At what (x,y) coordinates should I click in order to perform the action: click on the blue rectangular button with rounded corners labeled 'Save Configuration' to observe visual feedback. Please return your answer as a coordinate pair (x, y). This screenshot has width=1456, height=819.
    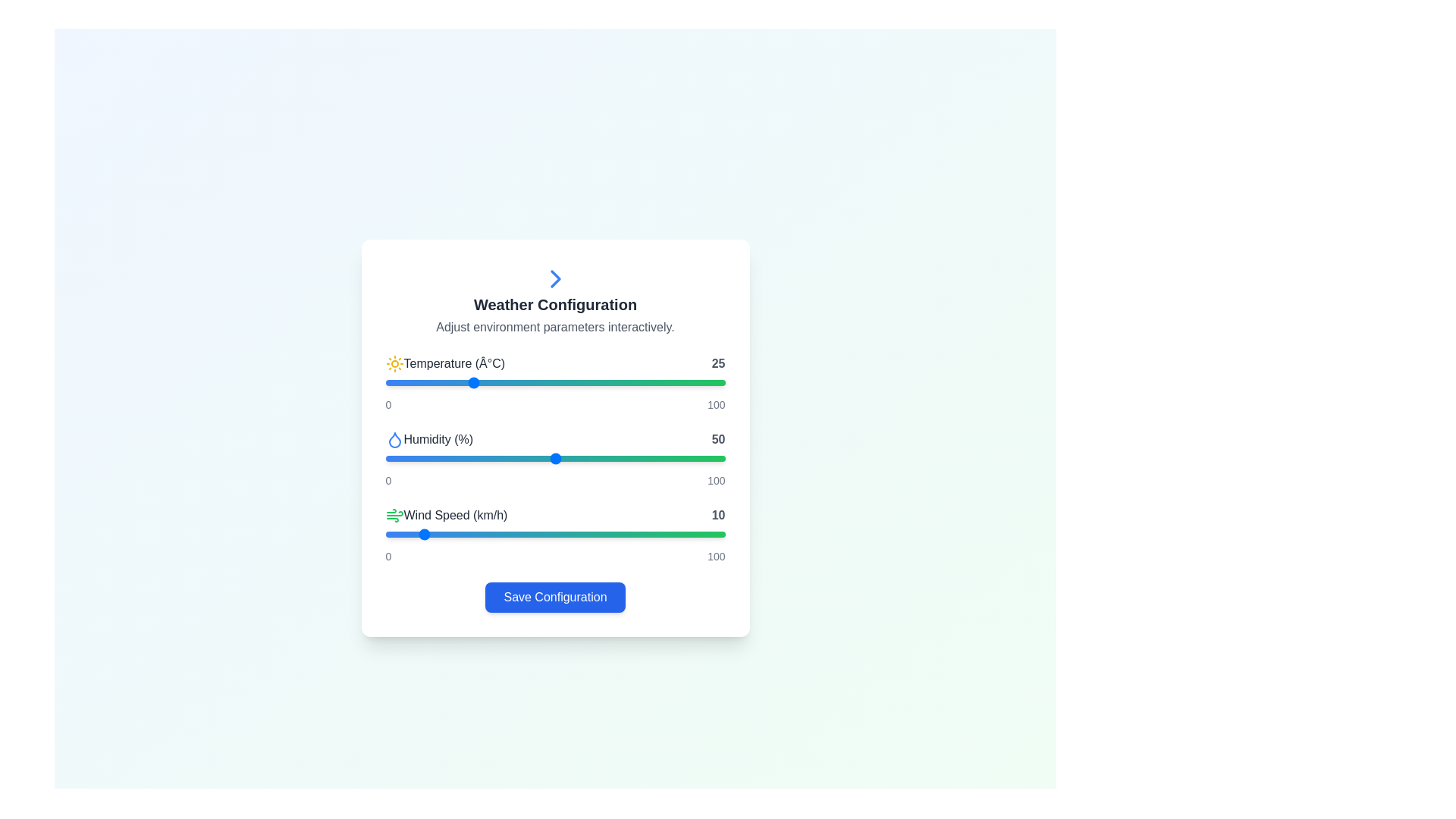
    Looking at the image, I should click on (554, 596).